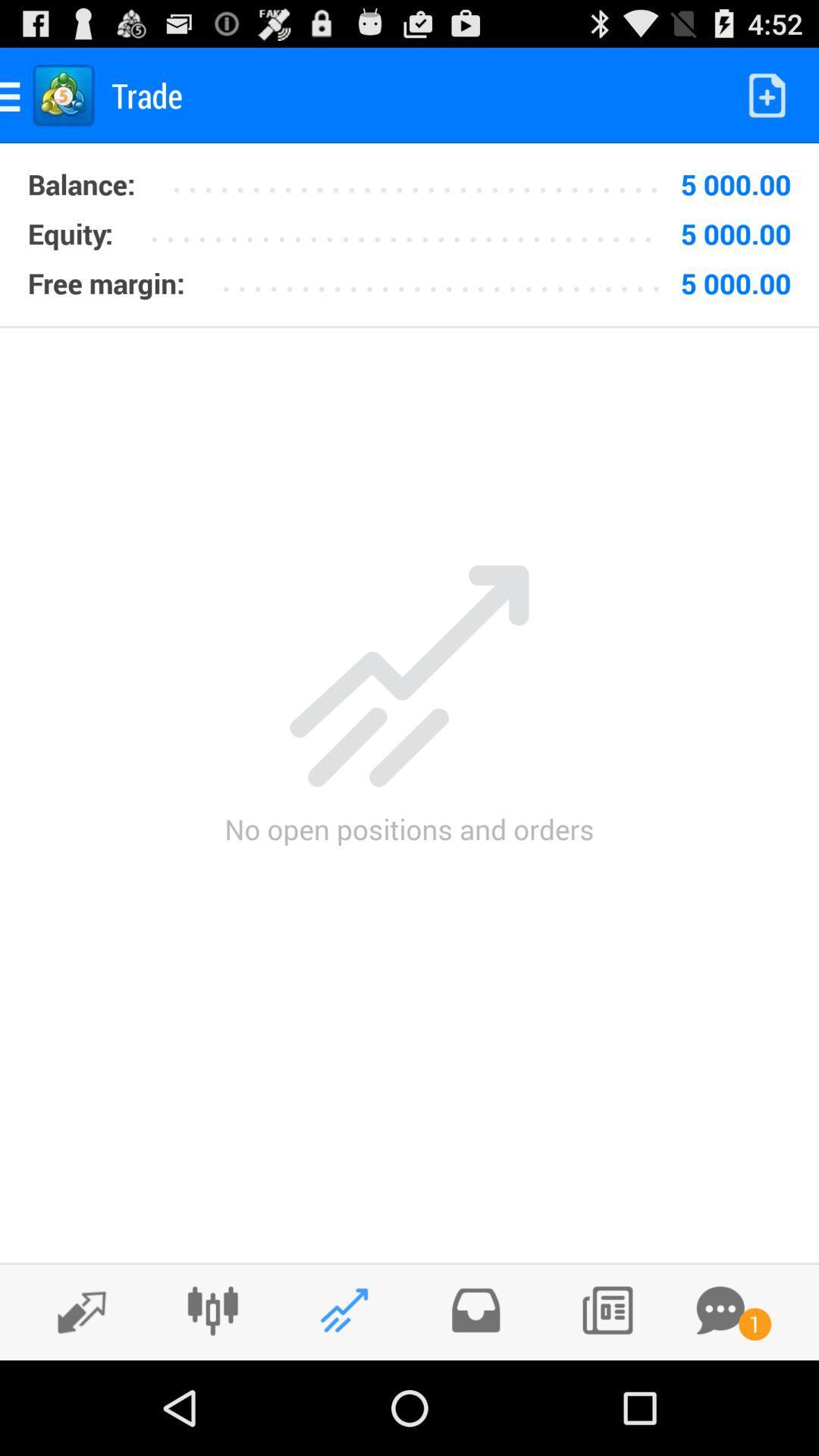 The height and width of the screenshot is (1456, 819). I want to click on the item above free margin:, so click(70, 233).